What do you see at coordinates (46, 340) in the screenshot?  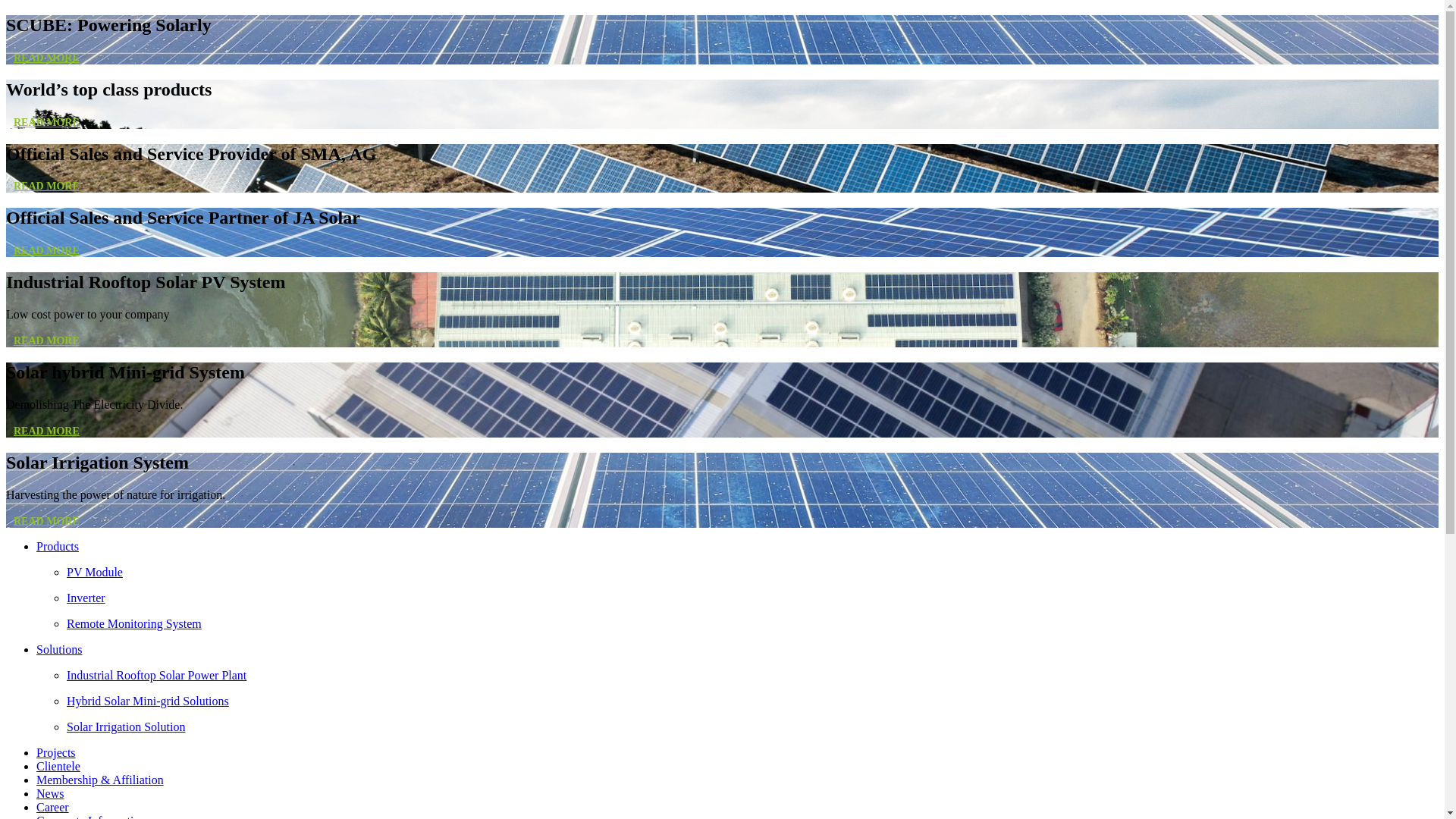 I see `'READ MORE'` at bounding box center [46, 340].